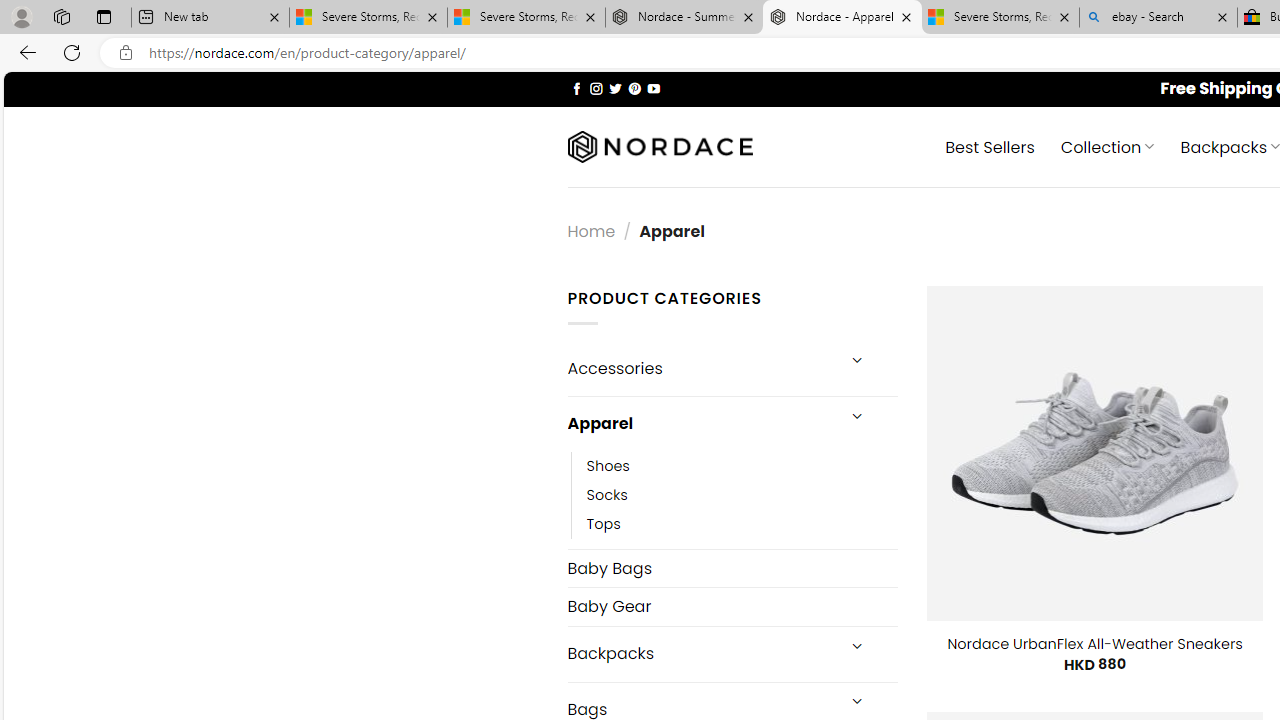 This screenshot has width=1280, height=720. What do you see at coordinates (607, 465) in the screenshot?
I see `'Shoes'` at bounding box center [607, 465].